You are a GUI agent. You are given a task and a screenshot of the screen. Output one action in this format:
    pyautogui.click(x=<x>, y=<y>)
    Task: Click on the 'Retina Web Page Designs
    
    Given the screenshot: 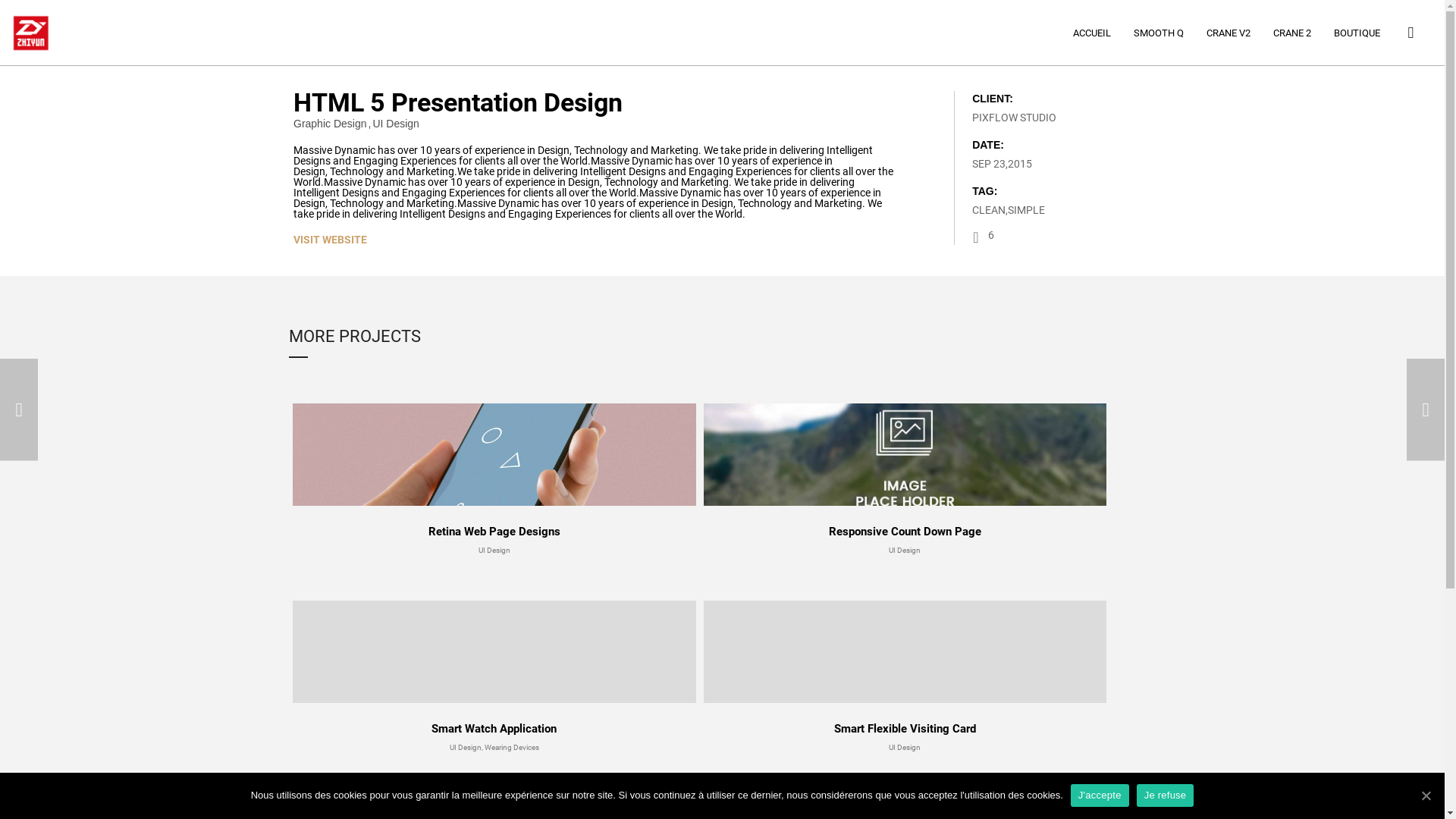 What is the action you would take?
    pyautogui.click(x=494, y=479)
    